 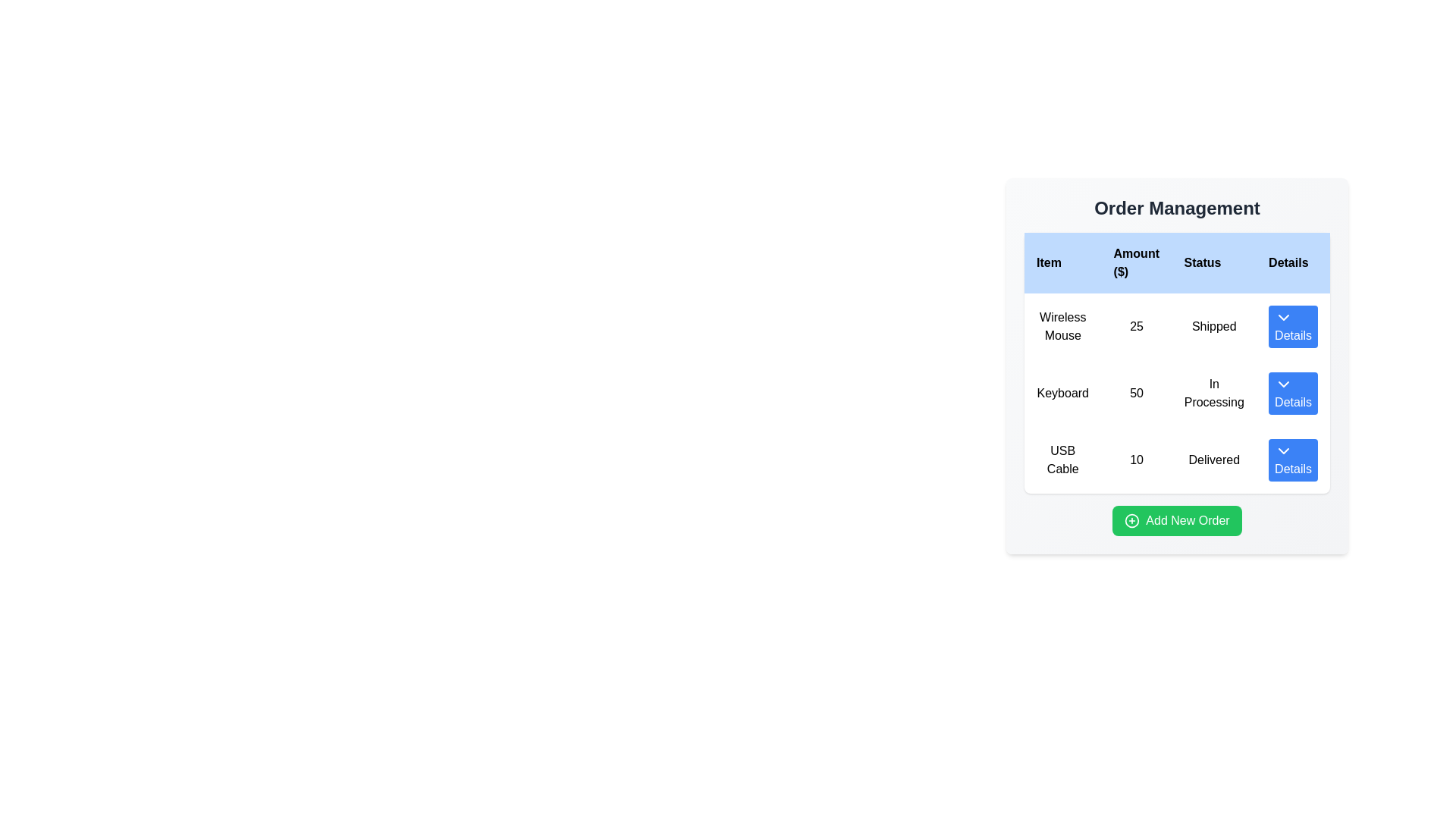 What do you see at coordinates (1062, 326) in the screenshot?
I see `the static text label component that displays 'Wireless Mouse', styled with padding 'p-4', located under the 'Item' column in the first row of a table-like layout` at bounding box center [1062, 326].